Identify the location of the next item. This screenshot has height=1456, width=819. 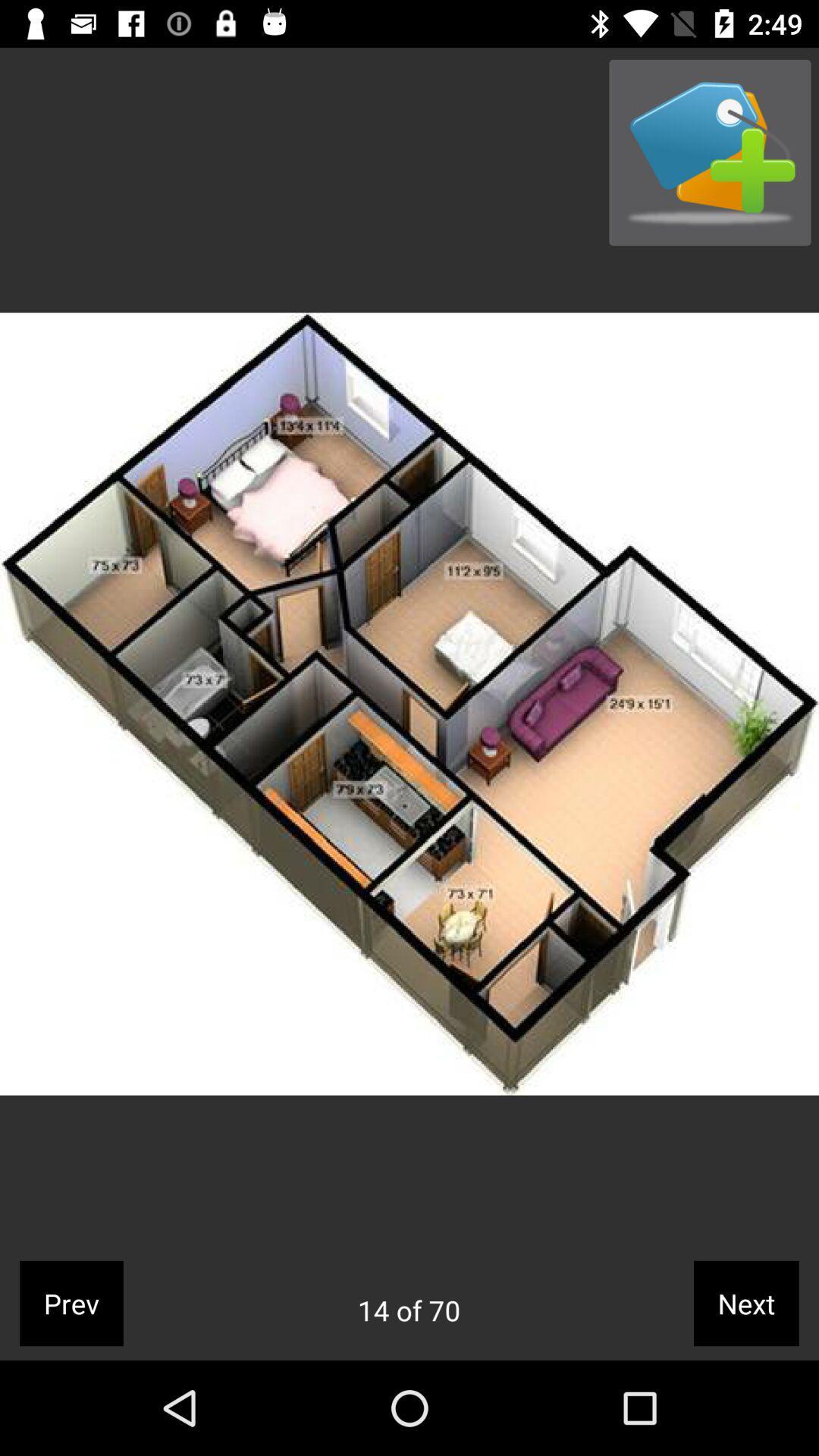
(745, 1302).